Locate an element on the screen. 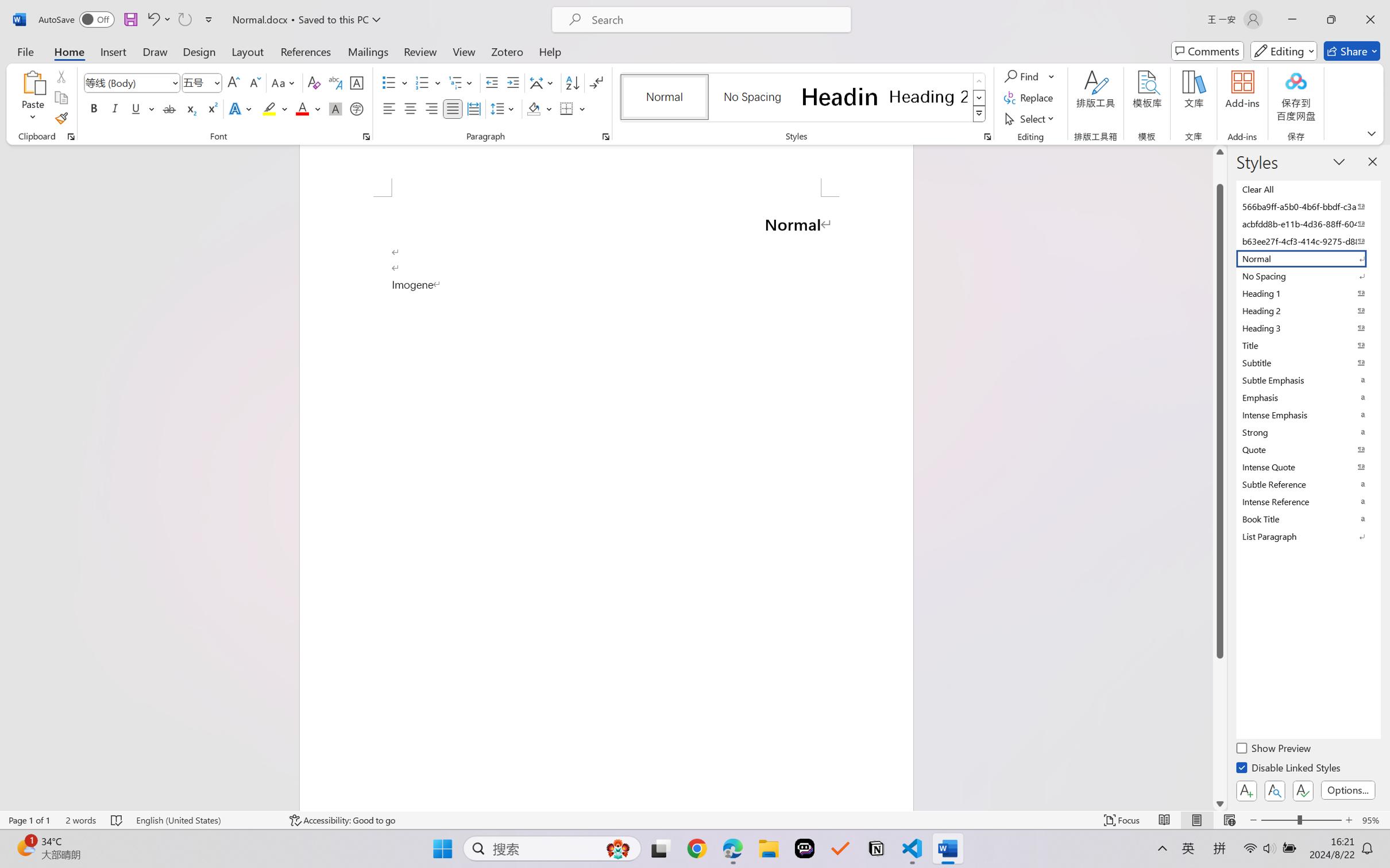  'Intense Quote' is located at coordinates (1307, 467).